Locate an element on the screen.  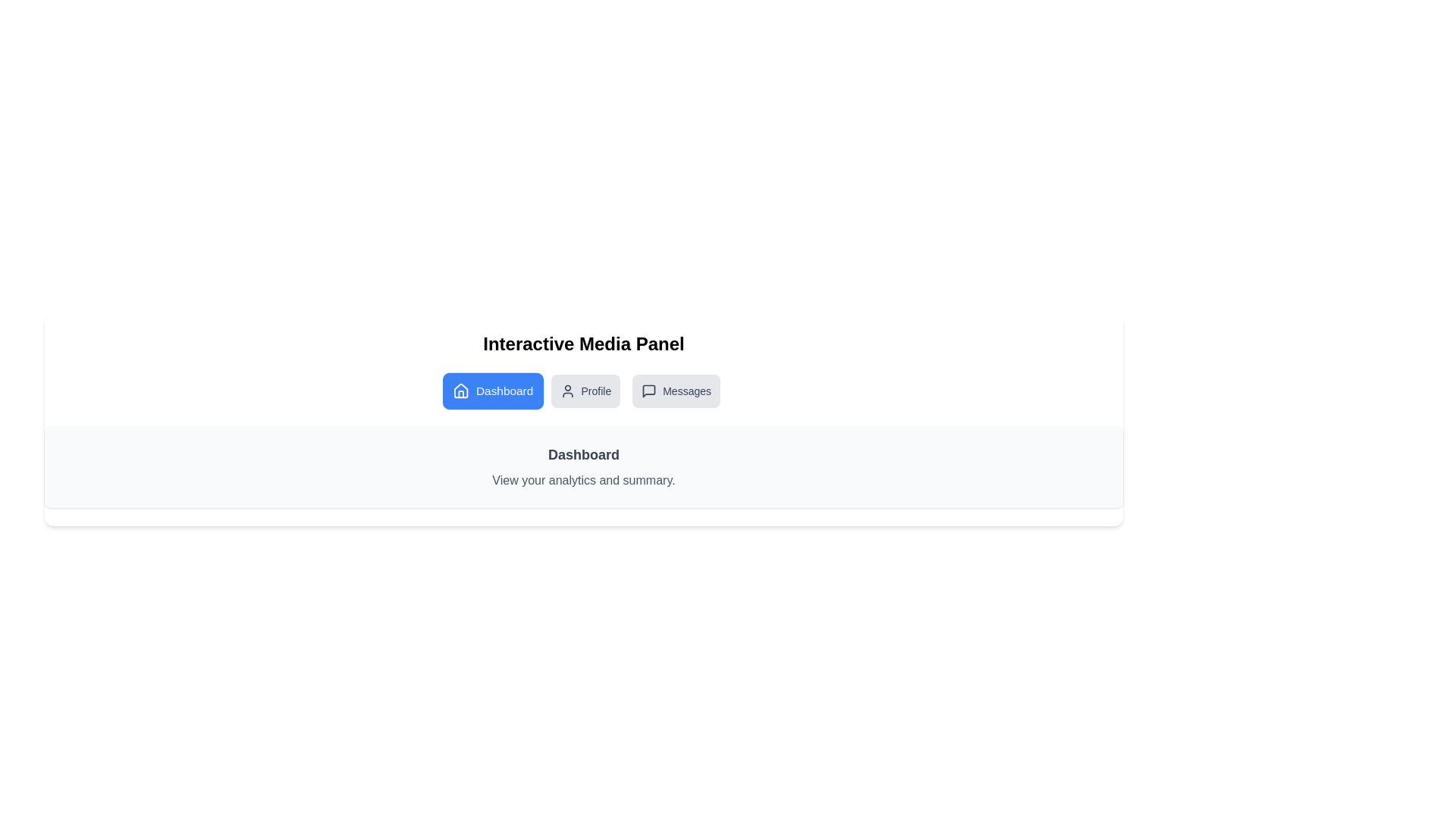
the button labeled Messages to switch tabs is located at coordinates (676, 391).